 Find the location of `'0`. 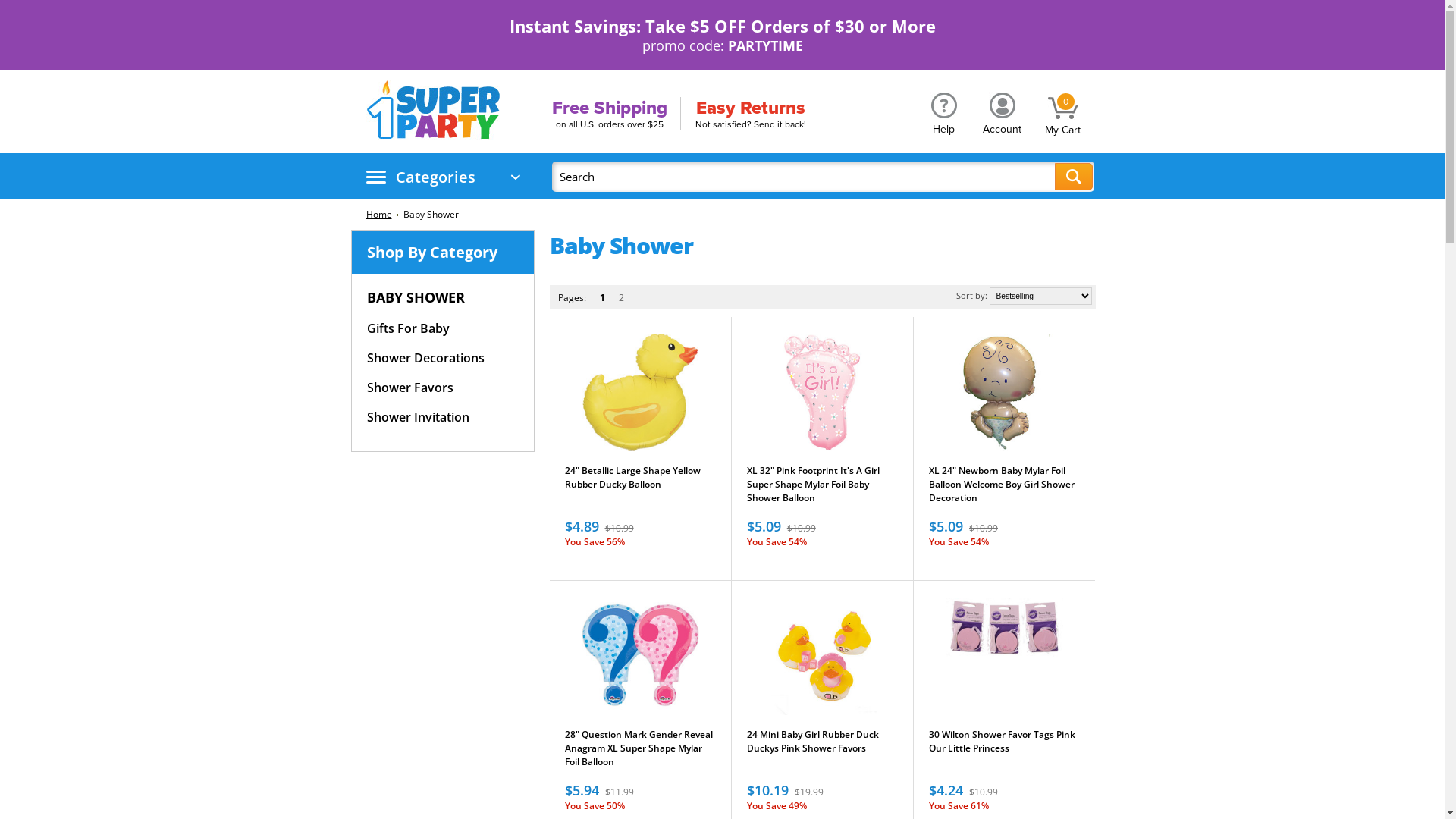

'0 is located at coordinates (1062, 109).